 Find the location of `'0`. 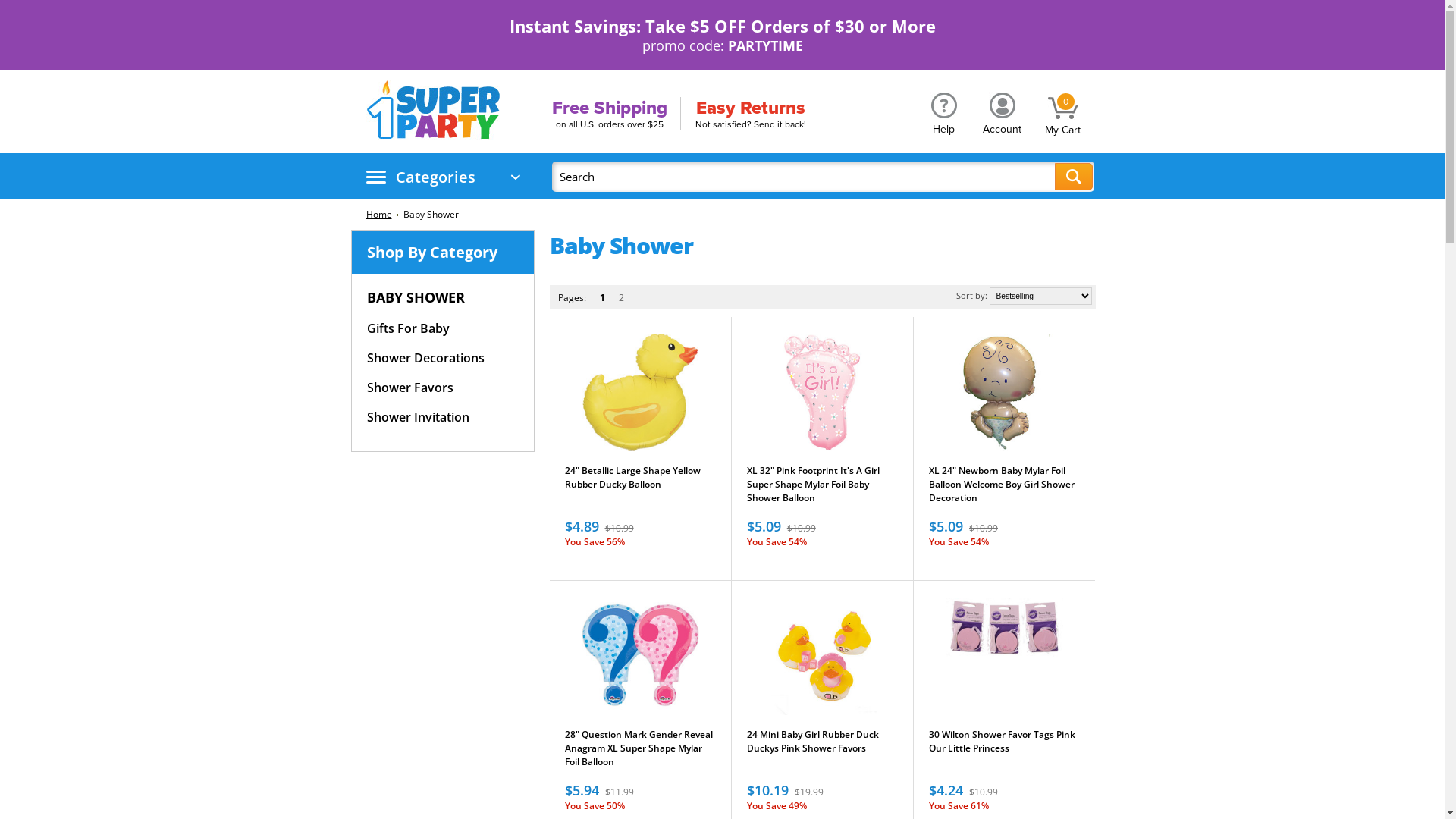

'0 is located at coordinates (1062, 109).